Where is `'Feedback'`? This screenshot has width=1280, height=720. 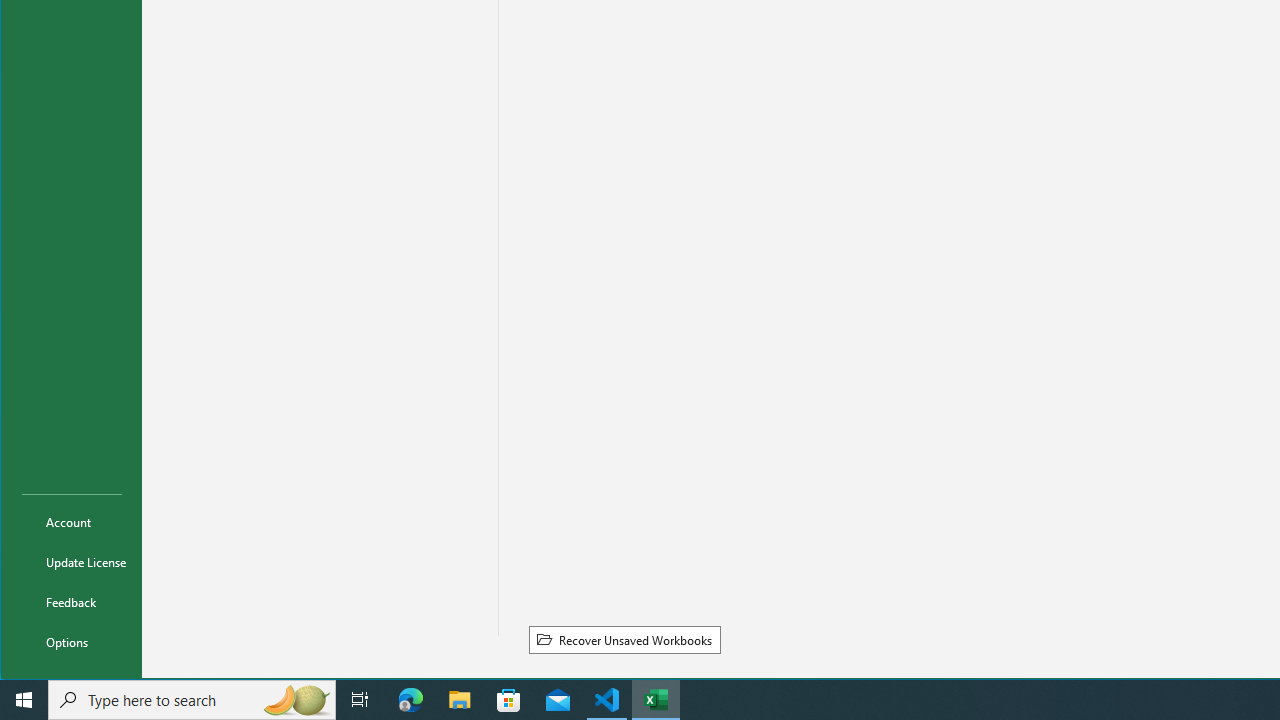 'Feedback' is located at coordinates (72, 600).